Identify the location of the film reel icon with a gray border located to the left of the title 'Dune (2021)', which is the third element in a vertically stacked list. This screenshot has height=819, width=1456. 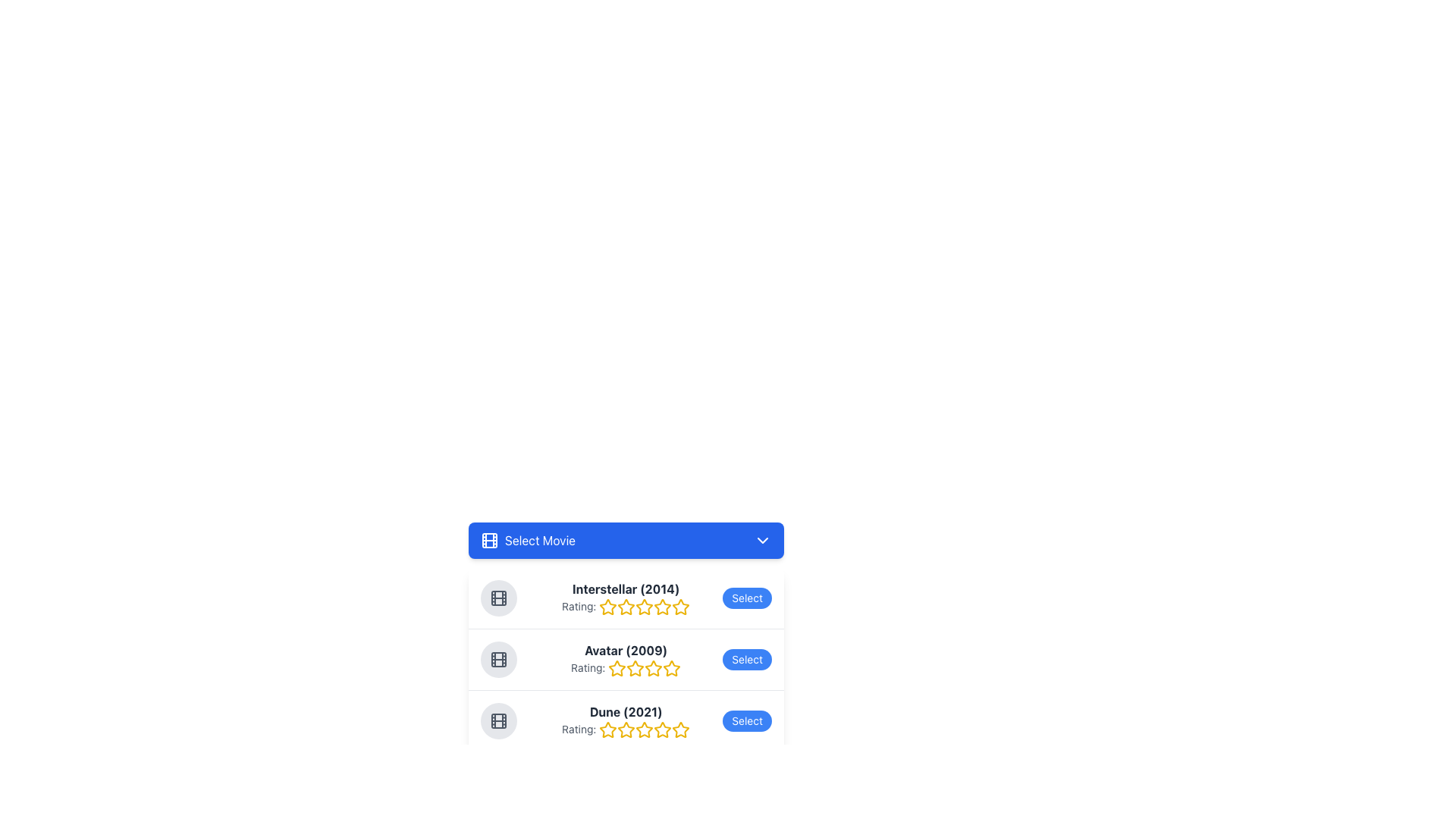
(498, 720).